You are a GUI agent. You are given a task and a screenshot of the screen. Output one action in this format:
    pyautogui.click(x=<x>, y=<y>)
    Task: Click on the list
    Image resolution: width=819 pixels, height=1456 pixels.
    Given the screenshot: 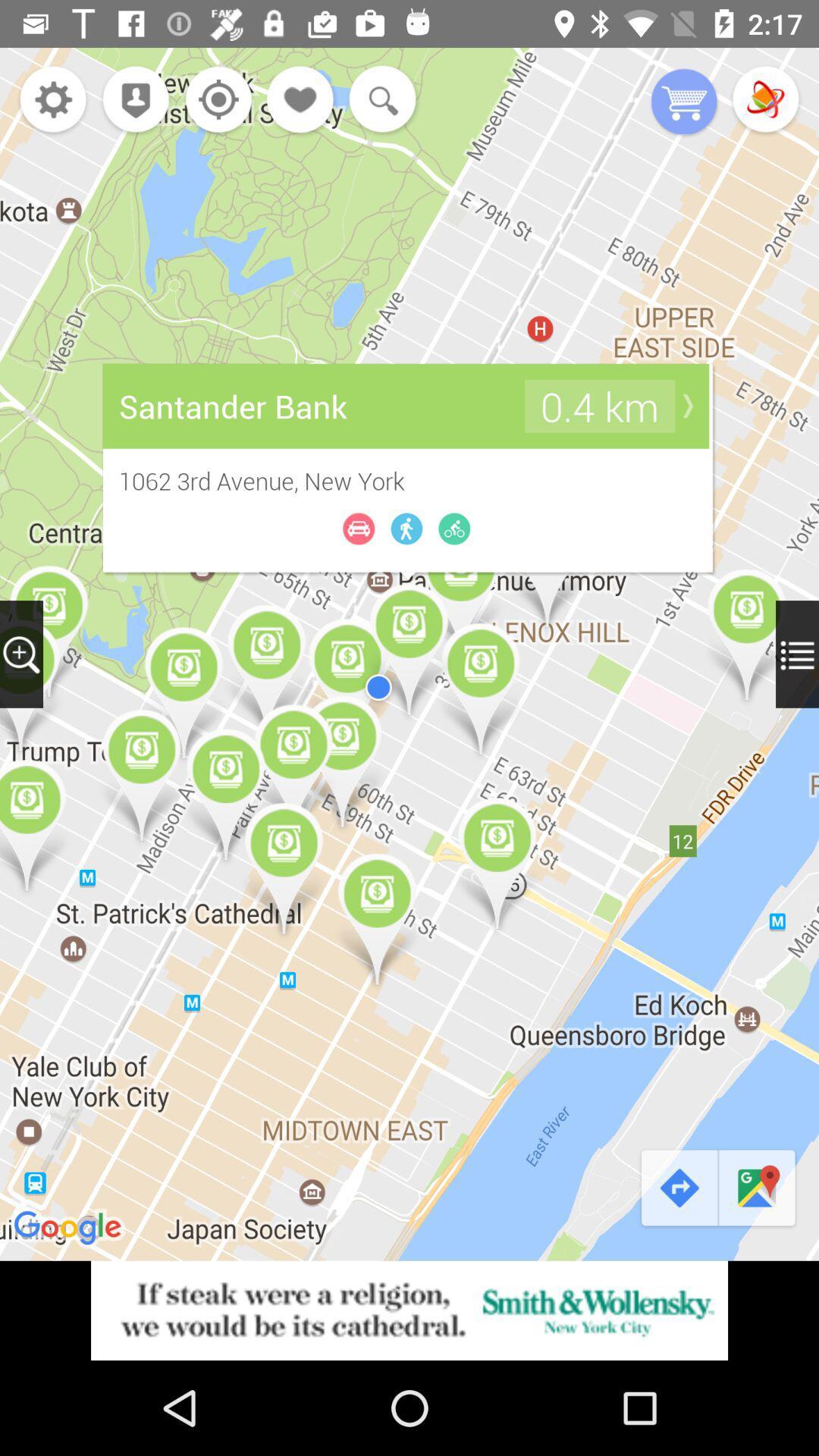 What is the action you would take?
    pyautogui.click(x=796, y=654)
    